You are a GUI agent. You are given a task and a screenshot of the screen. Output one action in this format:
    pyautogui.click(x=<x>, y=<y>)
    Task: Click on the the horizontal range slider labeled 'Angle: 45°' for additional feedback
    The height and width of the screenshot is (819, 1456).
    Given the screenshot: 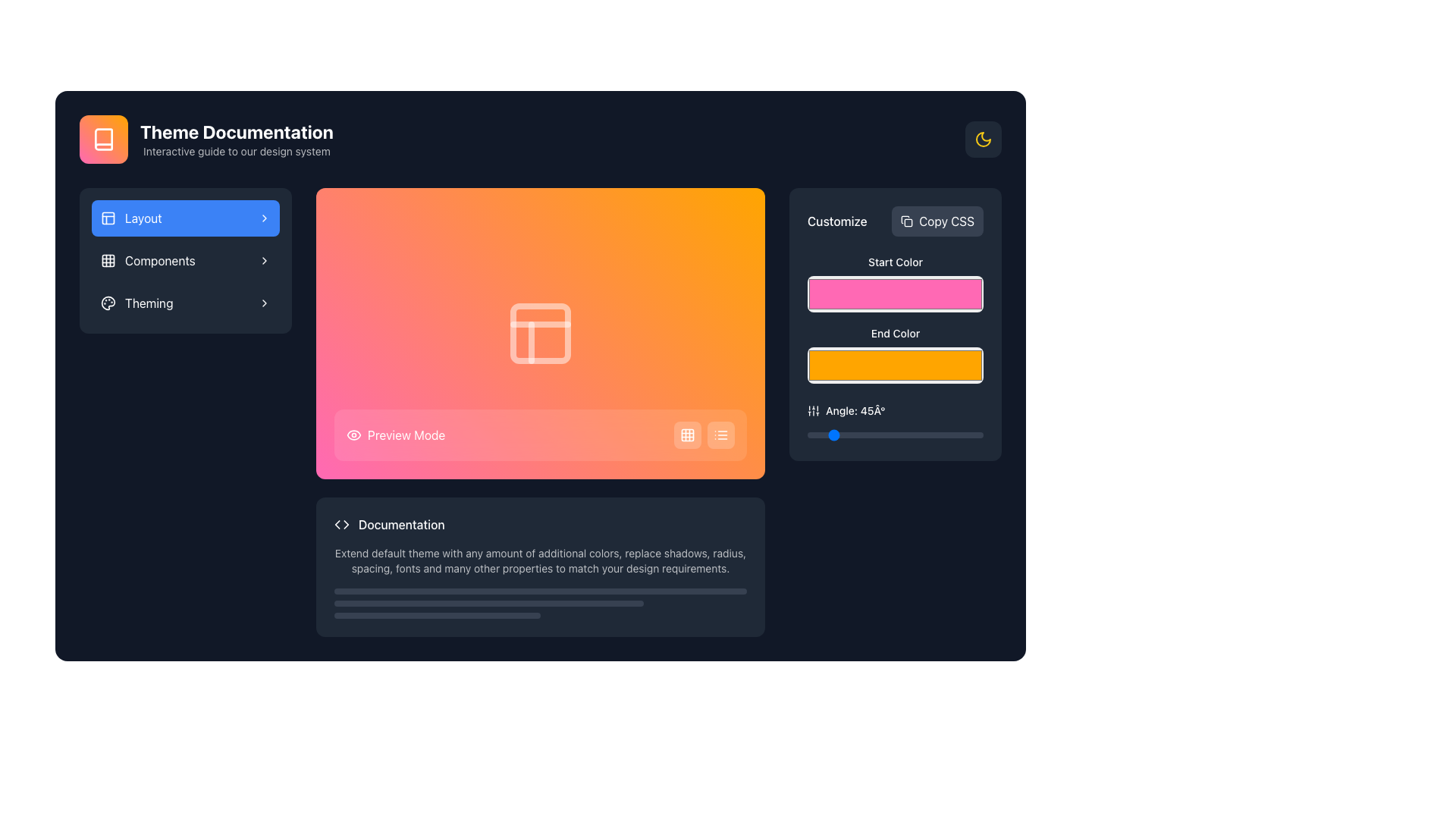 What is the action you would take?
    pyautogui.click(x=895, y=423)
    